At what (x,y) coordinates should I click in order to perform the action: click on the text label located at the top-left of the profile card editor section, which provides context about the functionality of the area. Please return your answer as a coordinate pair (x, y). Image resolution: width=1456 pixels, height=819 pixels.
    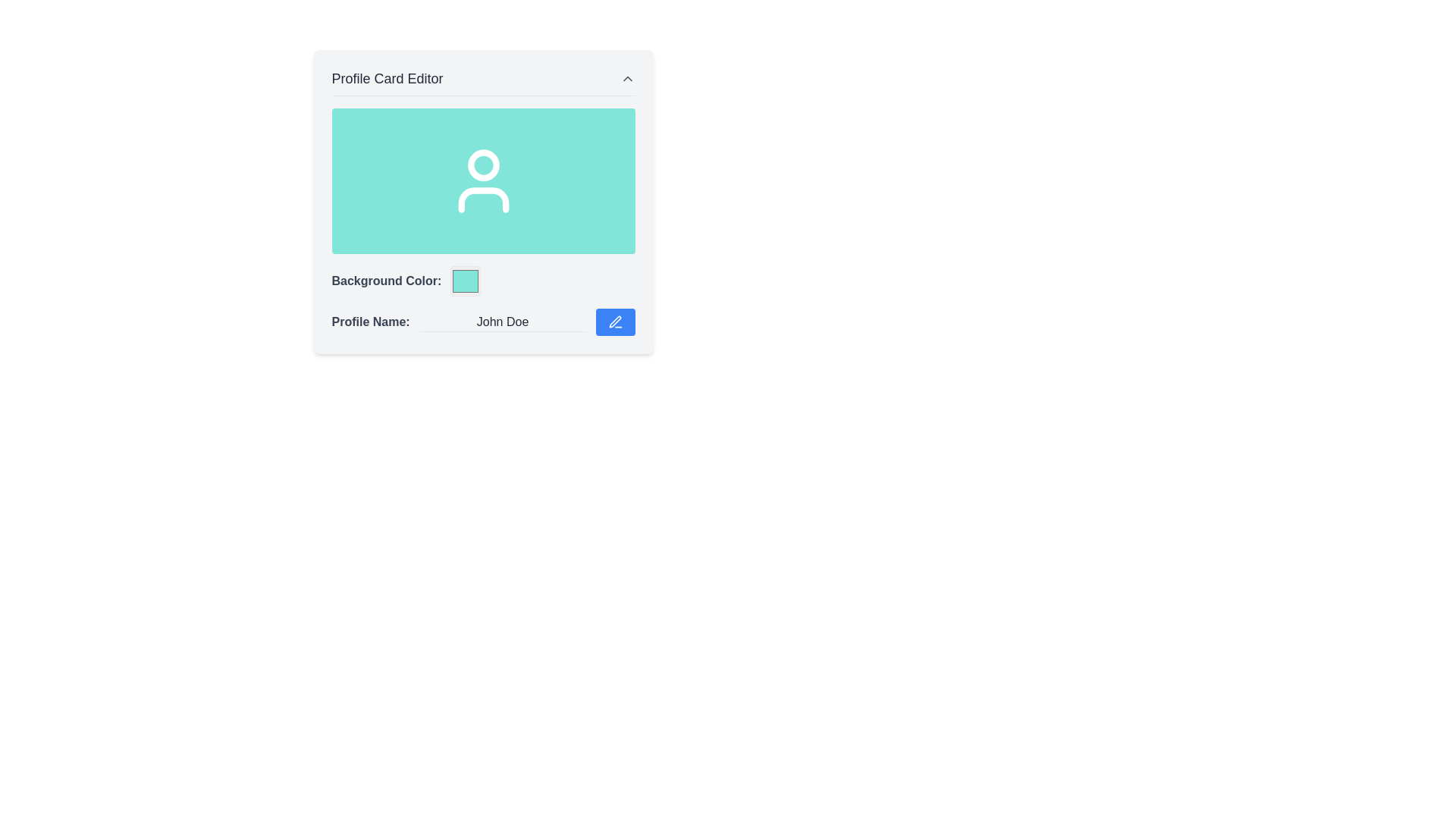
    Looking at the image, I should click on (388, 79).